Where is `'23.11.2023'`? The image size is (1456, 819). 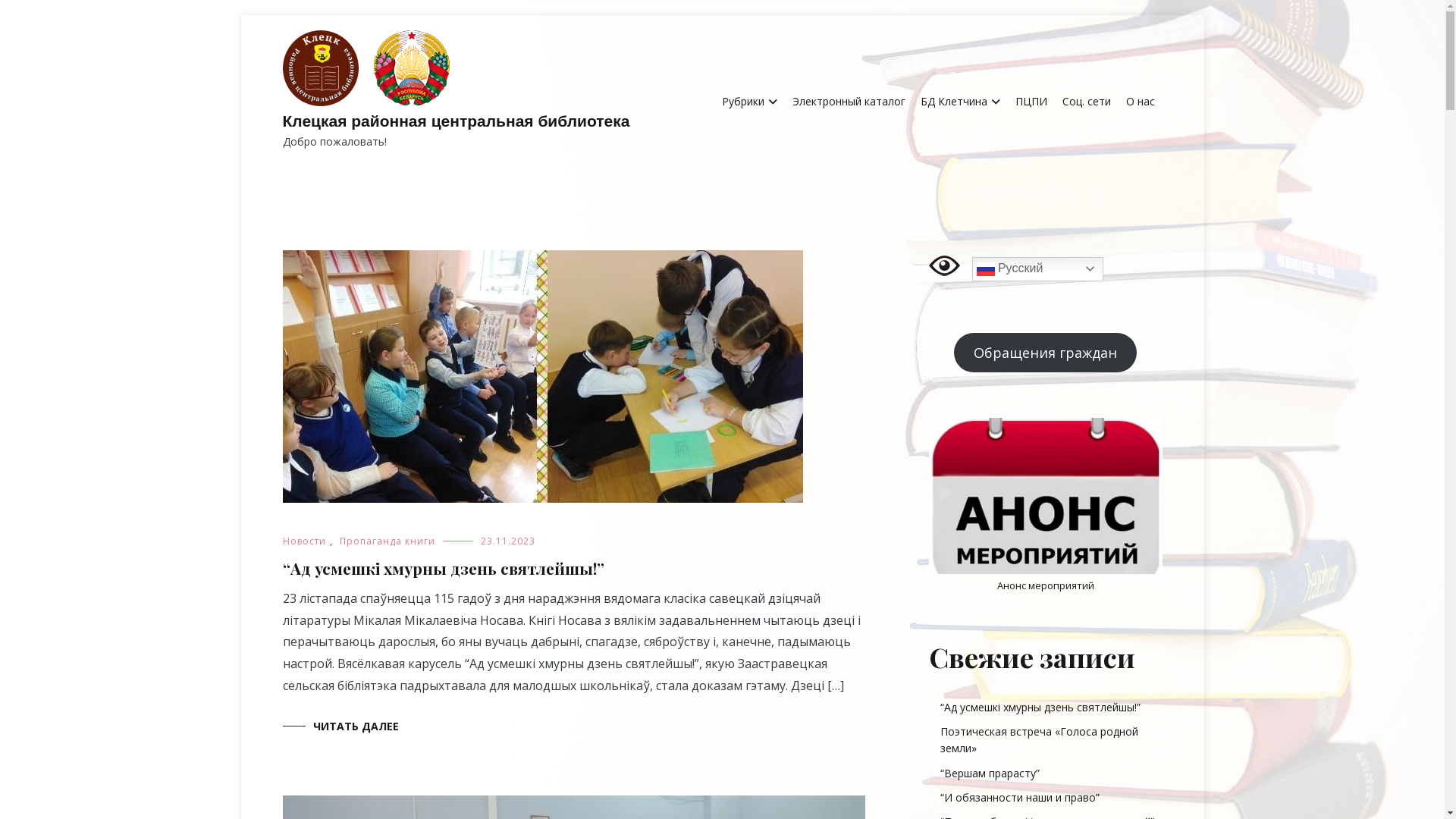 '23.11.2023' is located at coordinates (508, 540).